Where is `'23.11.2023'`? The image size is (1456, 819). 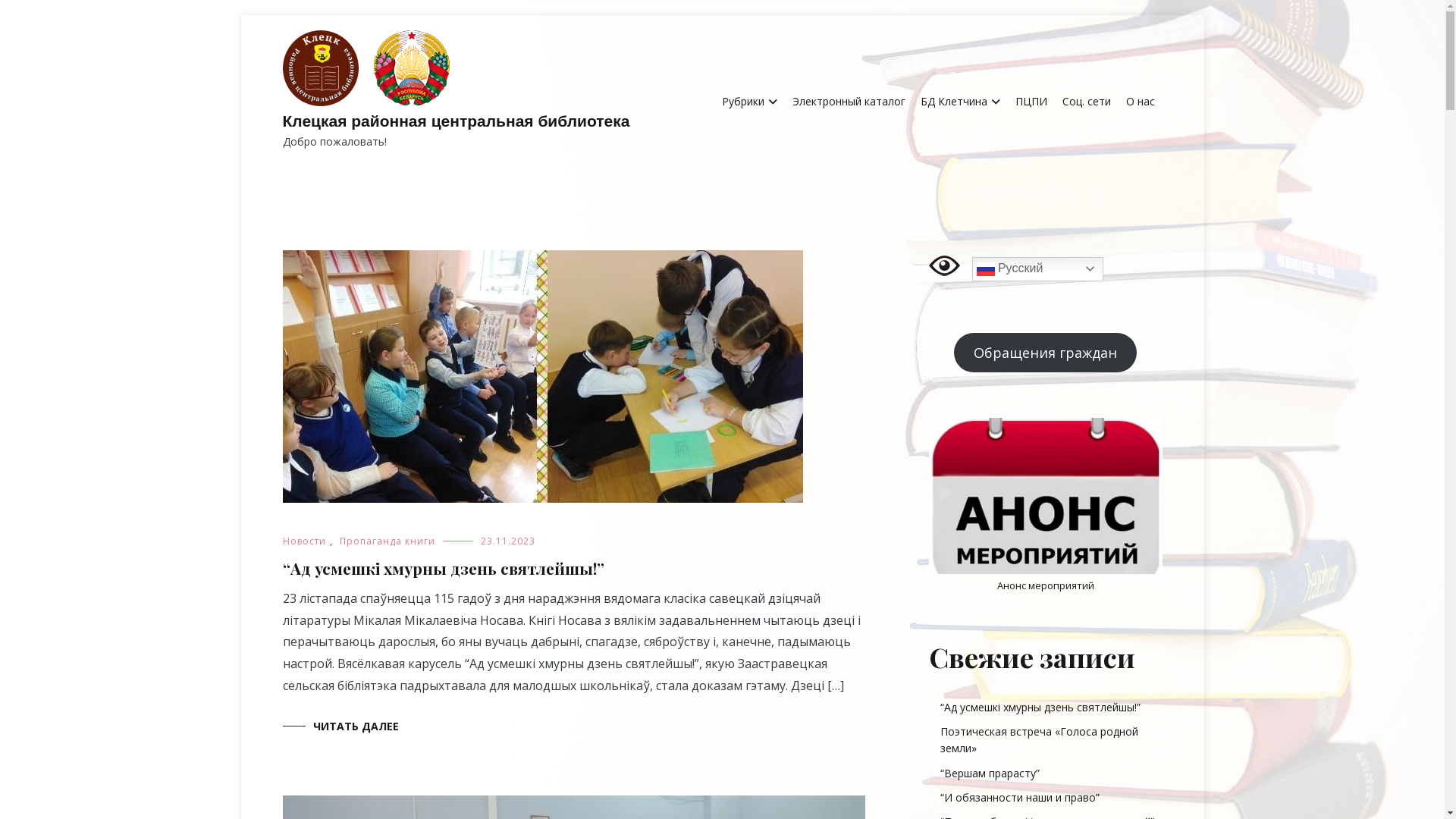 '23.11.2023' is located at coordinates (508, 540).